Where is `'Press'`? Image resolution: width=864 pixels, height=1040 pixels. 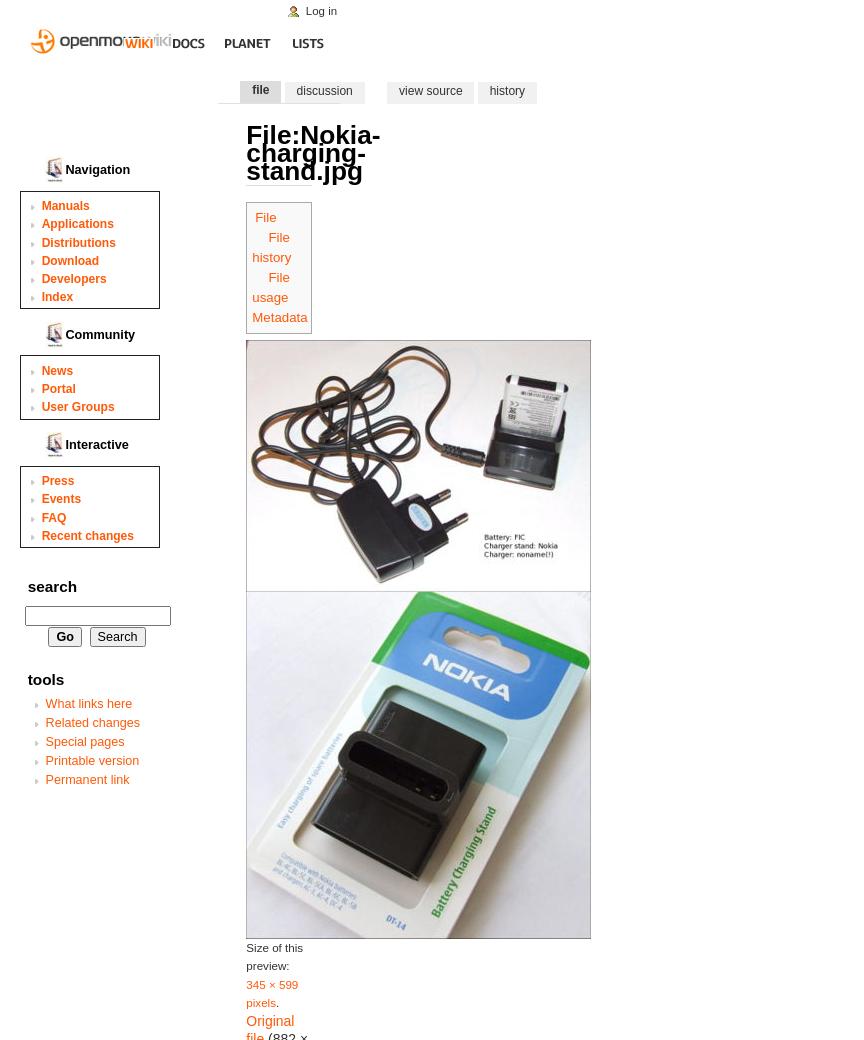 'Press' is located at coordinates (57, 481).